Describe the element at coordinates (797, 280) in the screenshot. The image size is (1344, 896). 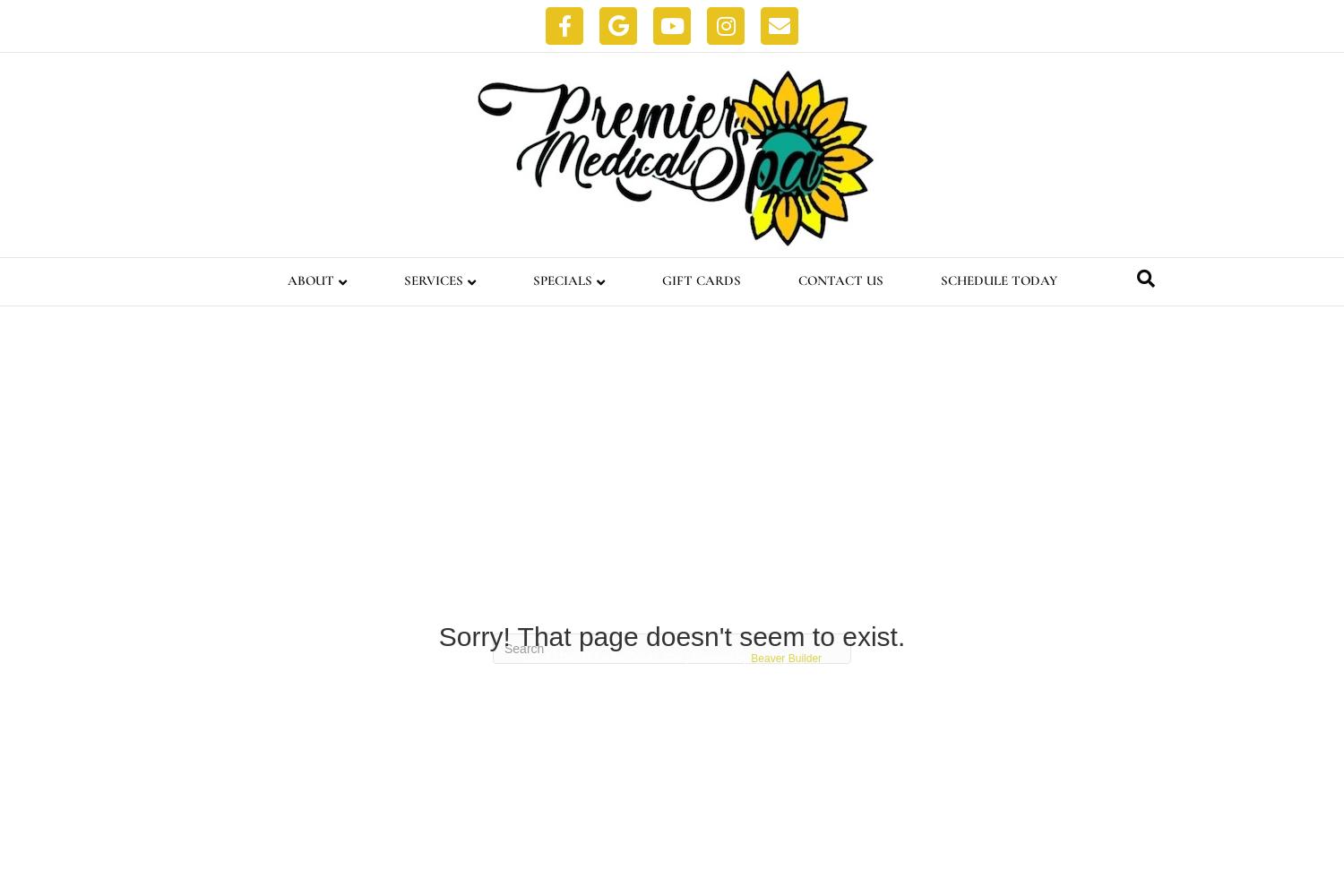
I see `'CONTACT US'` at that location.